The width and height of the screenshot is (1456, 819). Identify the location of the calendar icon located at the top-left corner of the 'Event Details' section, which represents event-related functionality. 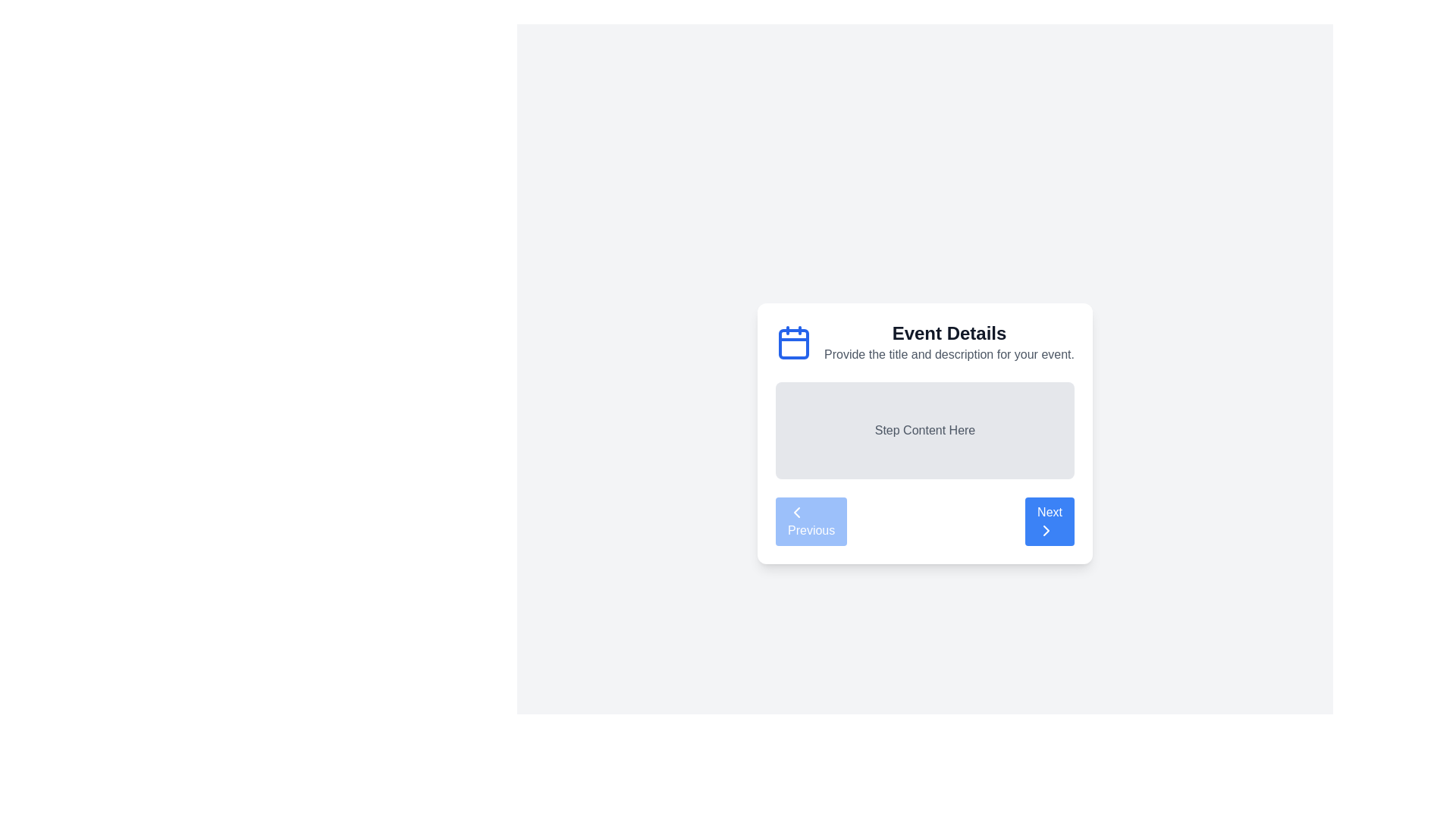
(792, 342).